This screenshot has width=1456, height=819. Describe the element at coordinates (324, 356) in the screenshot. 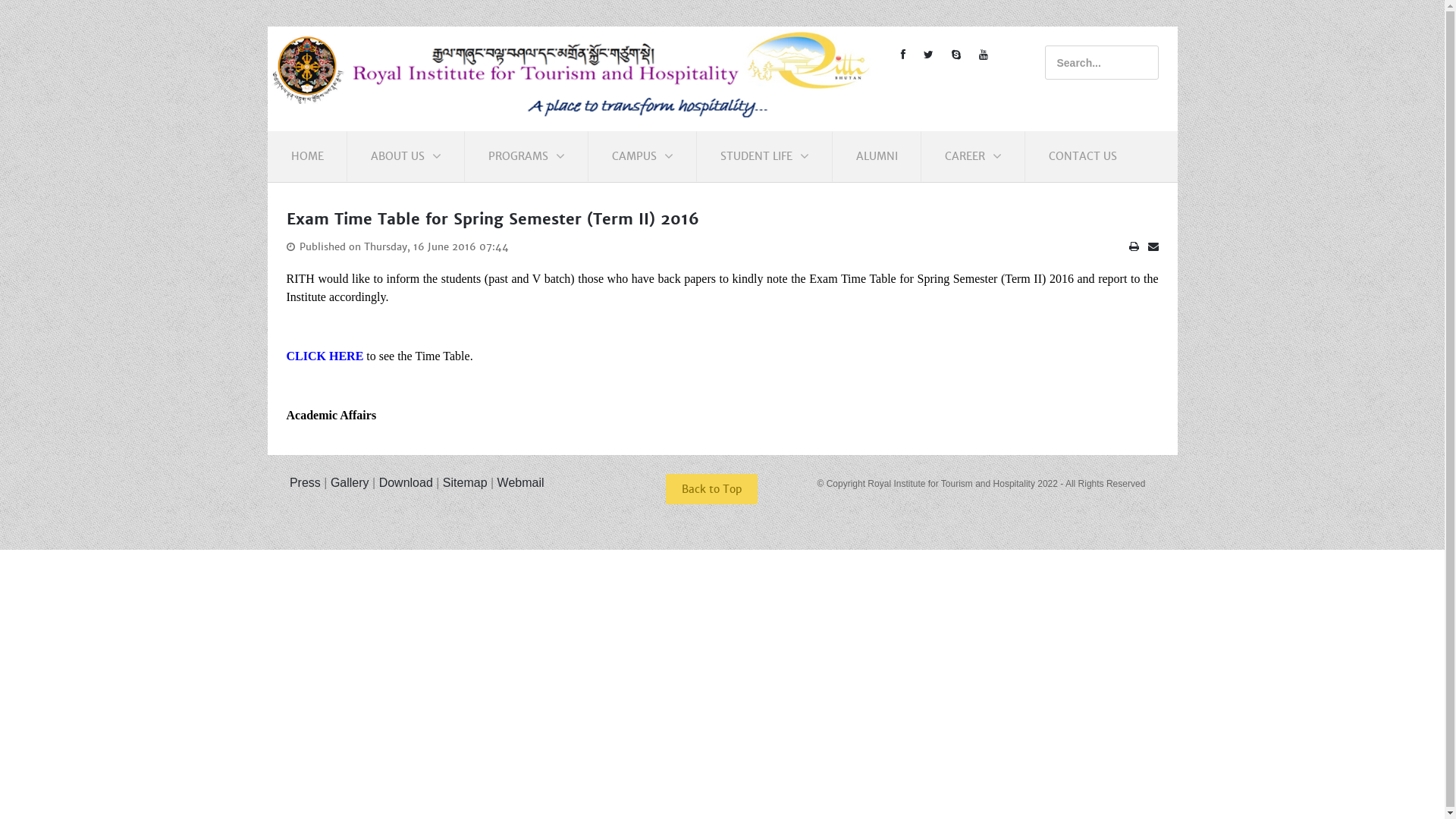

I see `'CLICK HERE'` at that location.